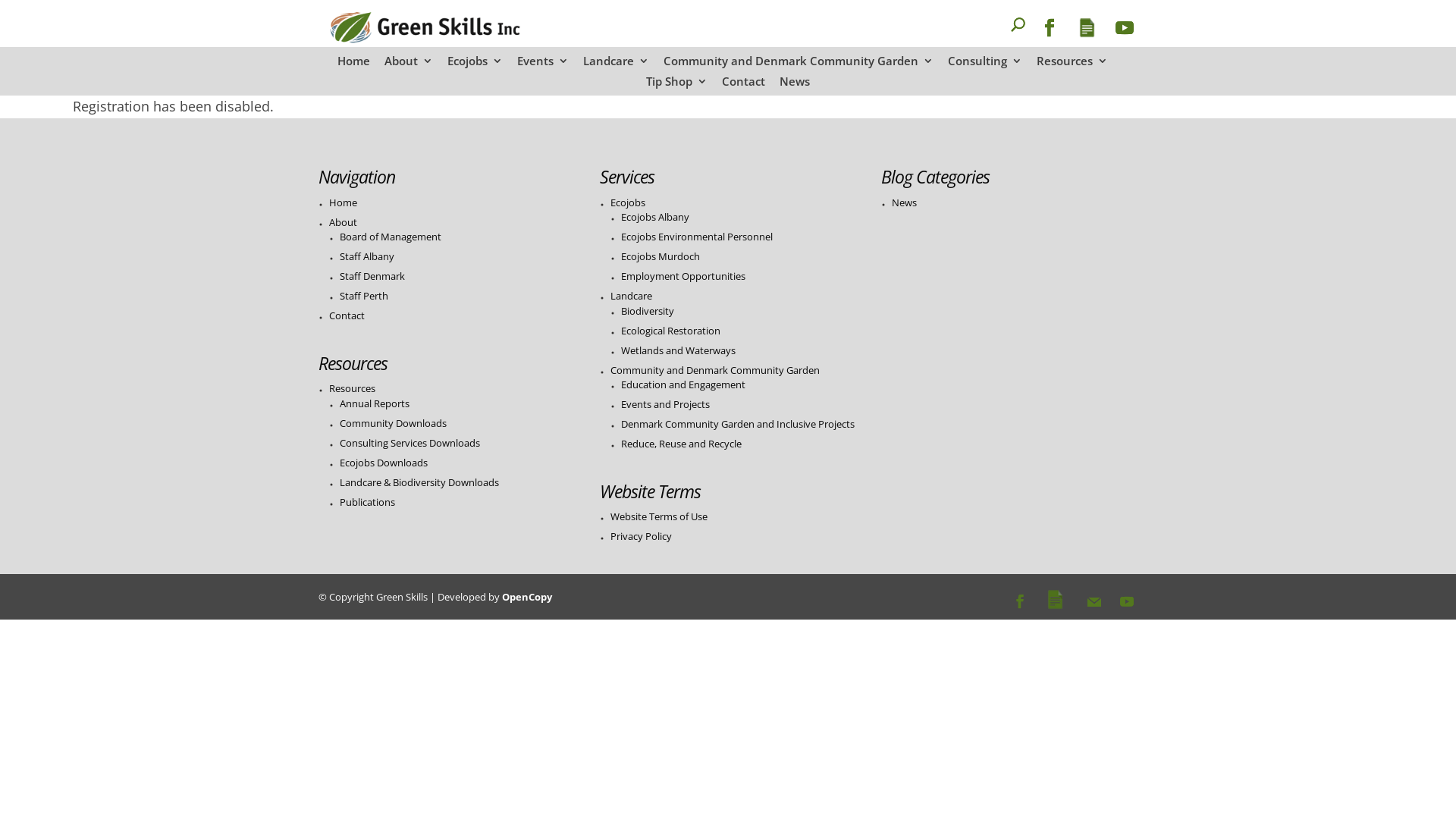 This screenshot has width=1456, height=819. What do you see at coordinates (695, 237) in the screenshot?
I see `'Ecojobs Environmental Personnel'` at bounding box center [695, 237].